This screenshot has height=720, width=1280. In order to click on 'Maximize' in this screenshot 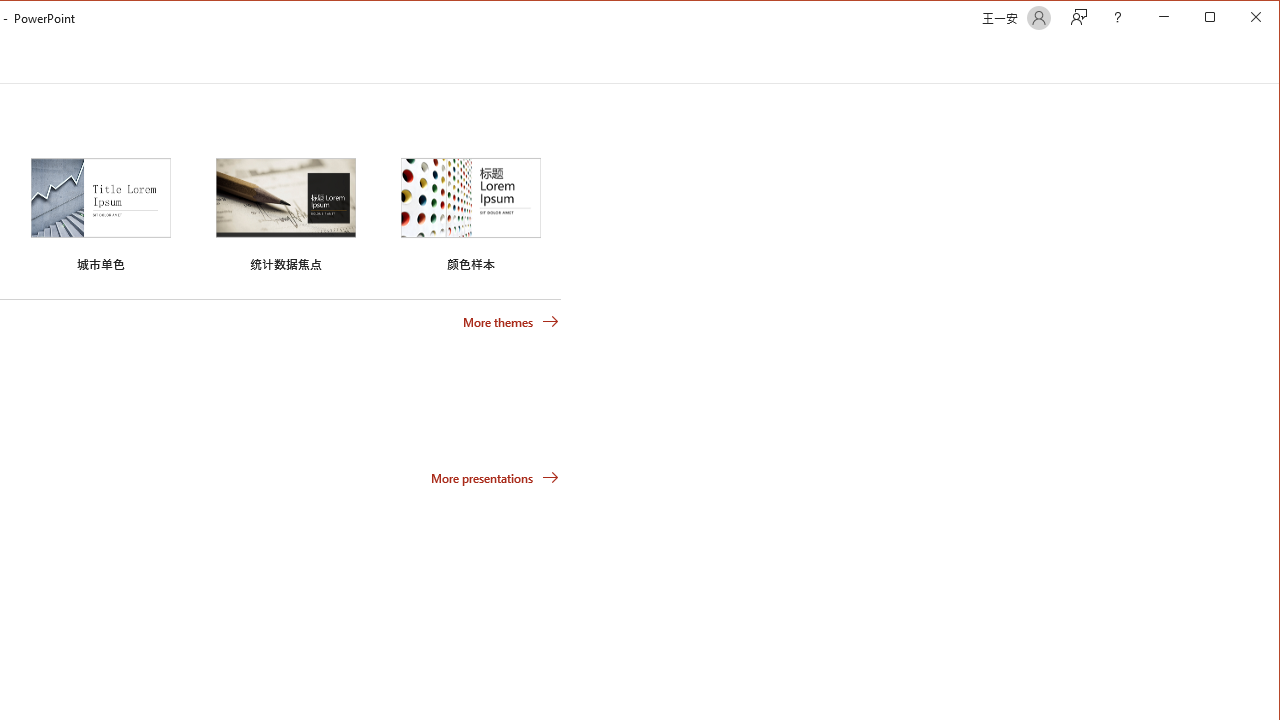, I will do `click(1238, 19)`.